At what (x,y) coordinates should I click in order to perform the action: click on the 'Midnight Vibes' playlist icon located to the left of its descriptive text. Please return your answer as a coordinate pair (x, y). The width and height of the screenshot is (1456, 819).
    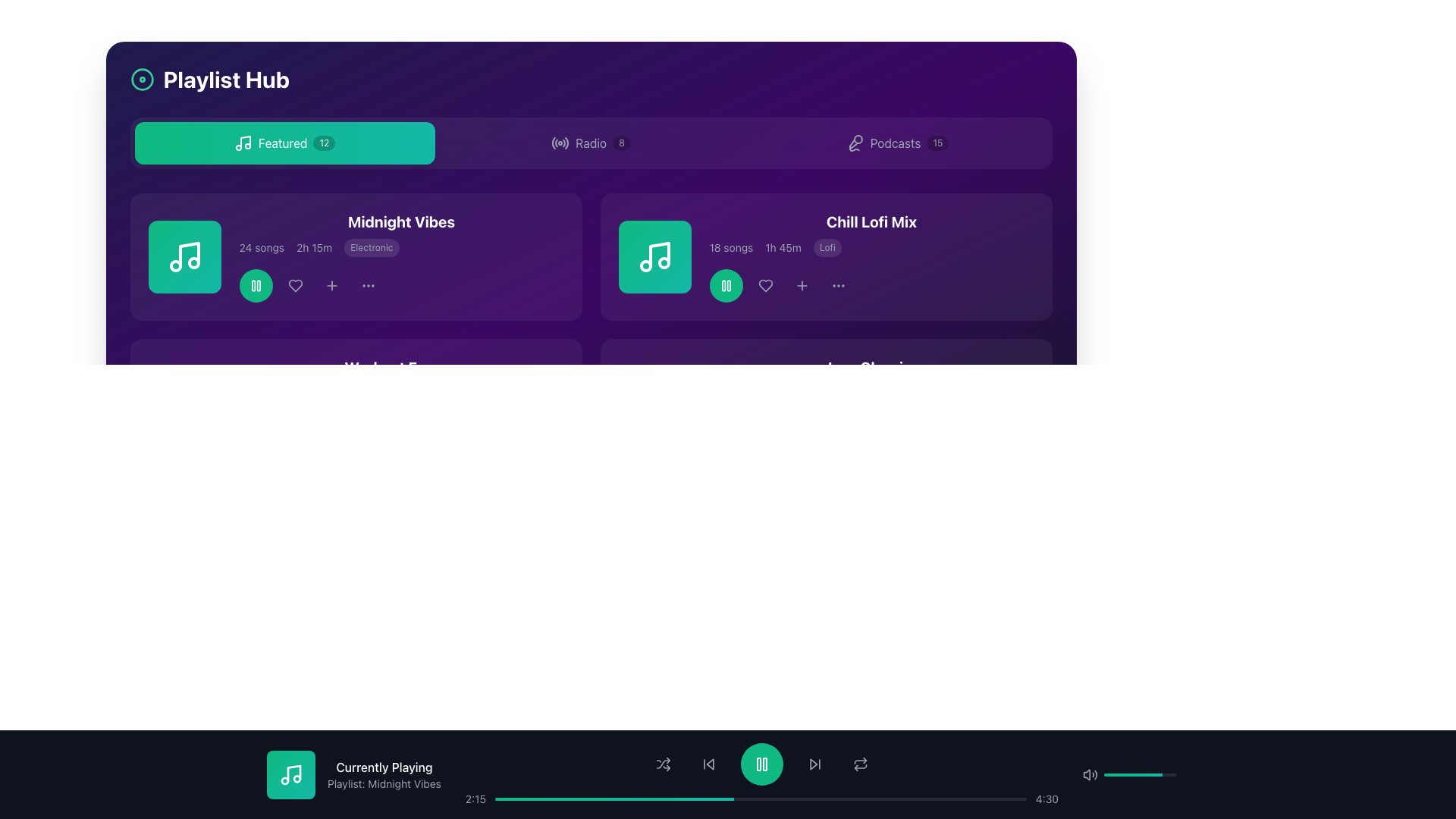
    Looking at the image, I should click on (184, 256).